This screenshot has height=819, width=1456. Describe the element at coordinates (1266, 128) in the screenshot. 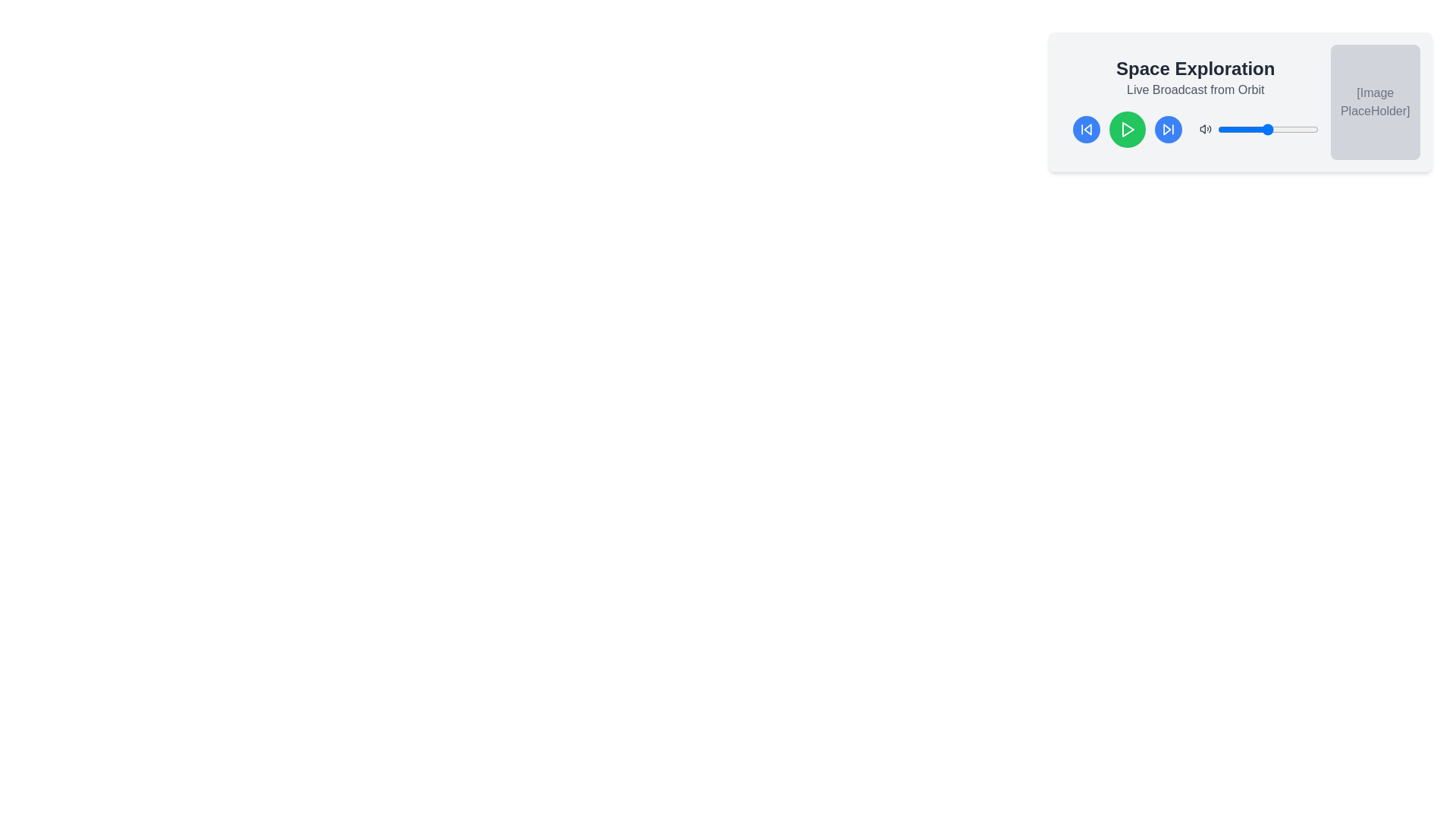

I see `the slider value` at that location.